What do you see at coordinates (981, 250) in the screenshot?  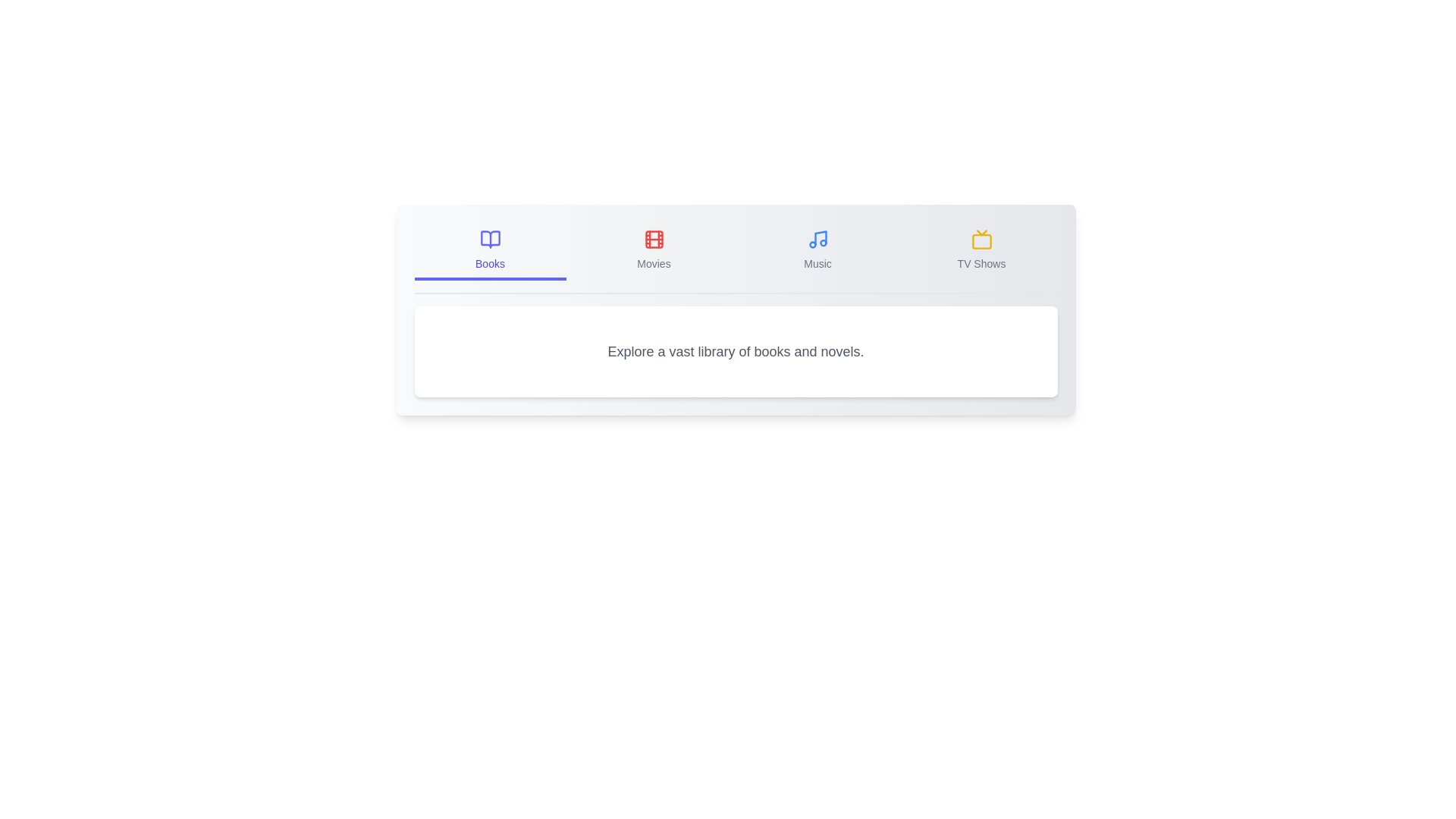 I see `the tab corresponding to TV Shows to view its content` at bounding box center [981, 250].